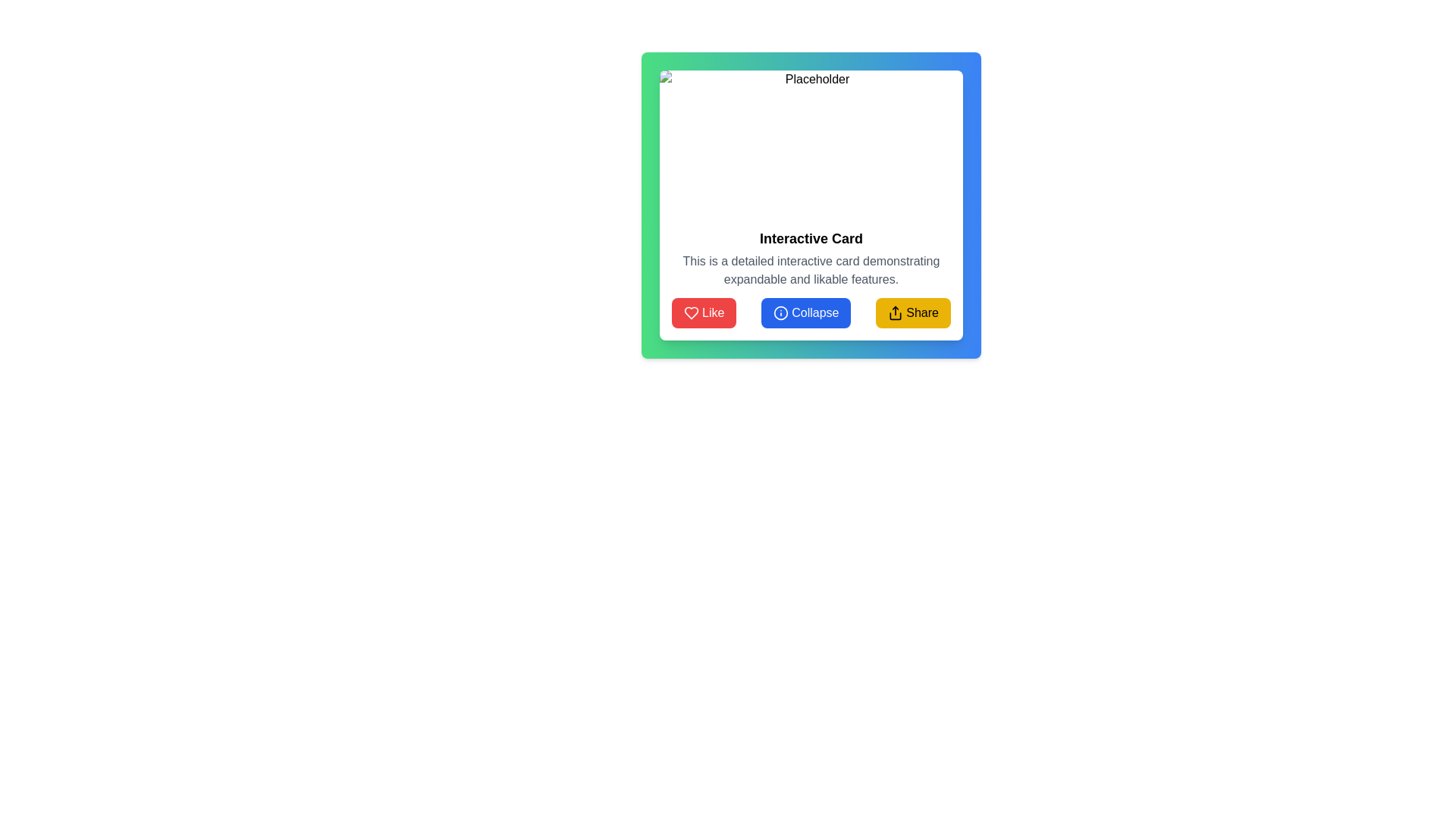 The image size is (1456, 819). I want to click on the heading text element located at the top-middle section of the bordered card, which serves as the title summarizing the card's contents, so click(811, 239).